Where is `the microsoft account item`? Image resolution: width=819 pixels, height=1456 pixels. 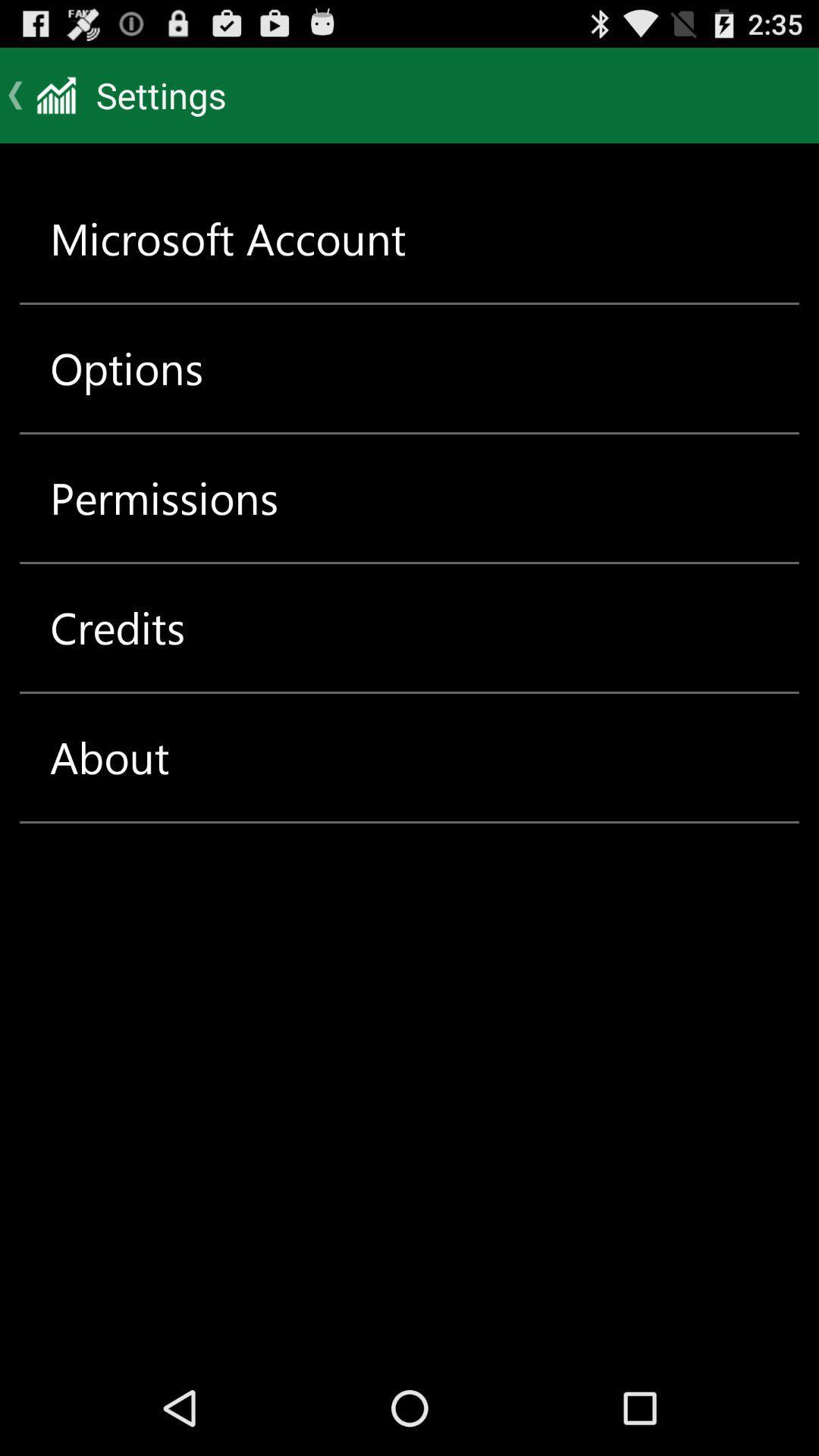
the microsoft account item is located at coordinates (227, 238).